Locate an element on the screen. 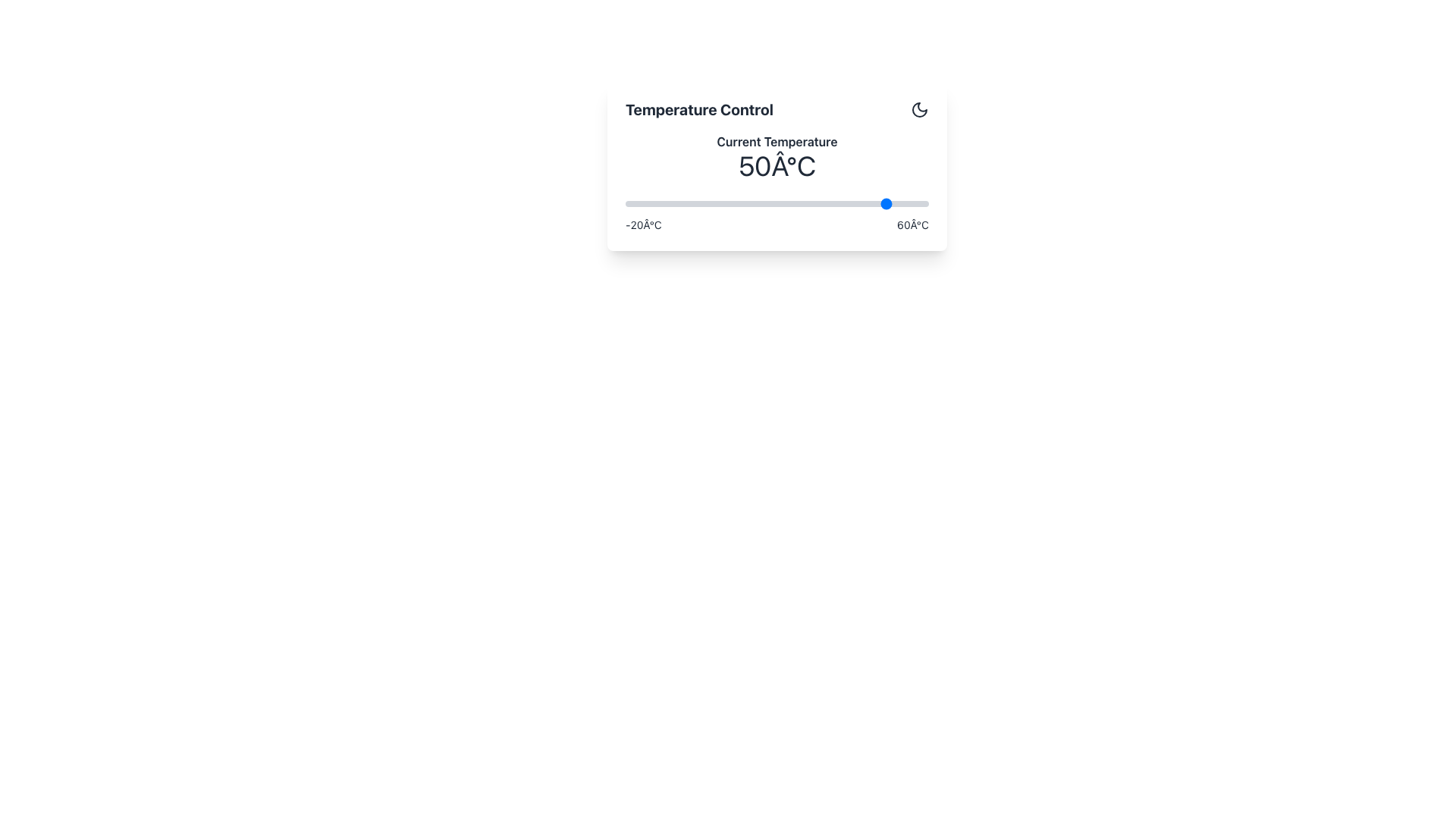 This screenshot has height=819, width=1456. the temperature is located at coordinates (693, 203).